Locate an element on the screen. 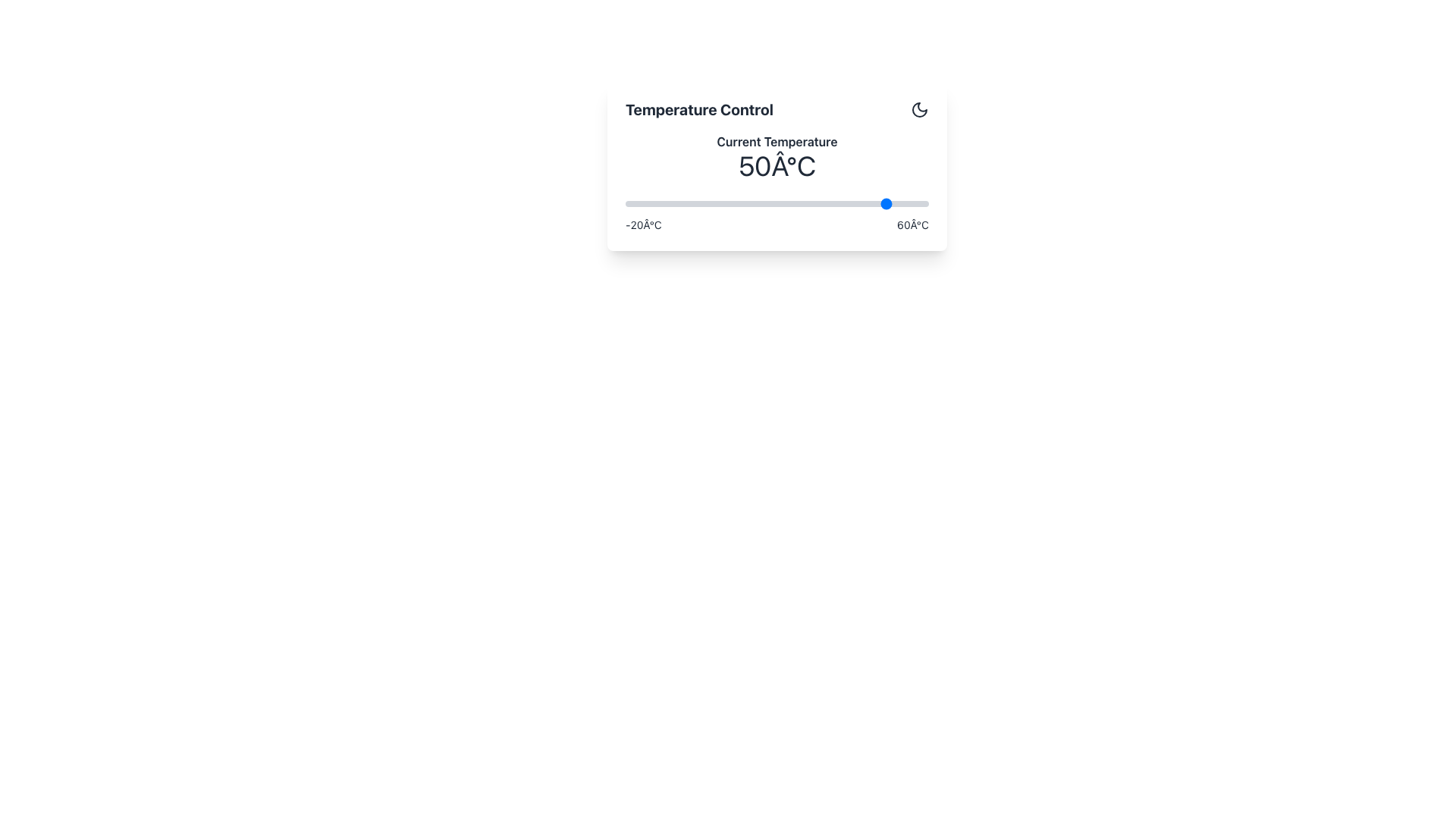 This screenshot has height=819, width=1456. the temperature is located at coordinates (693, 203).